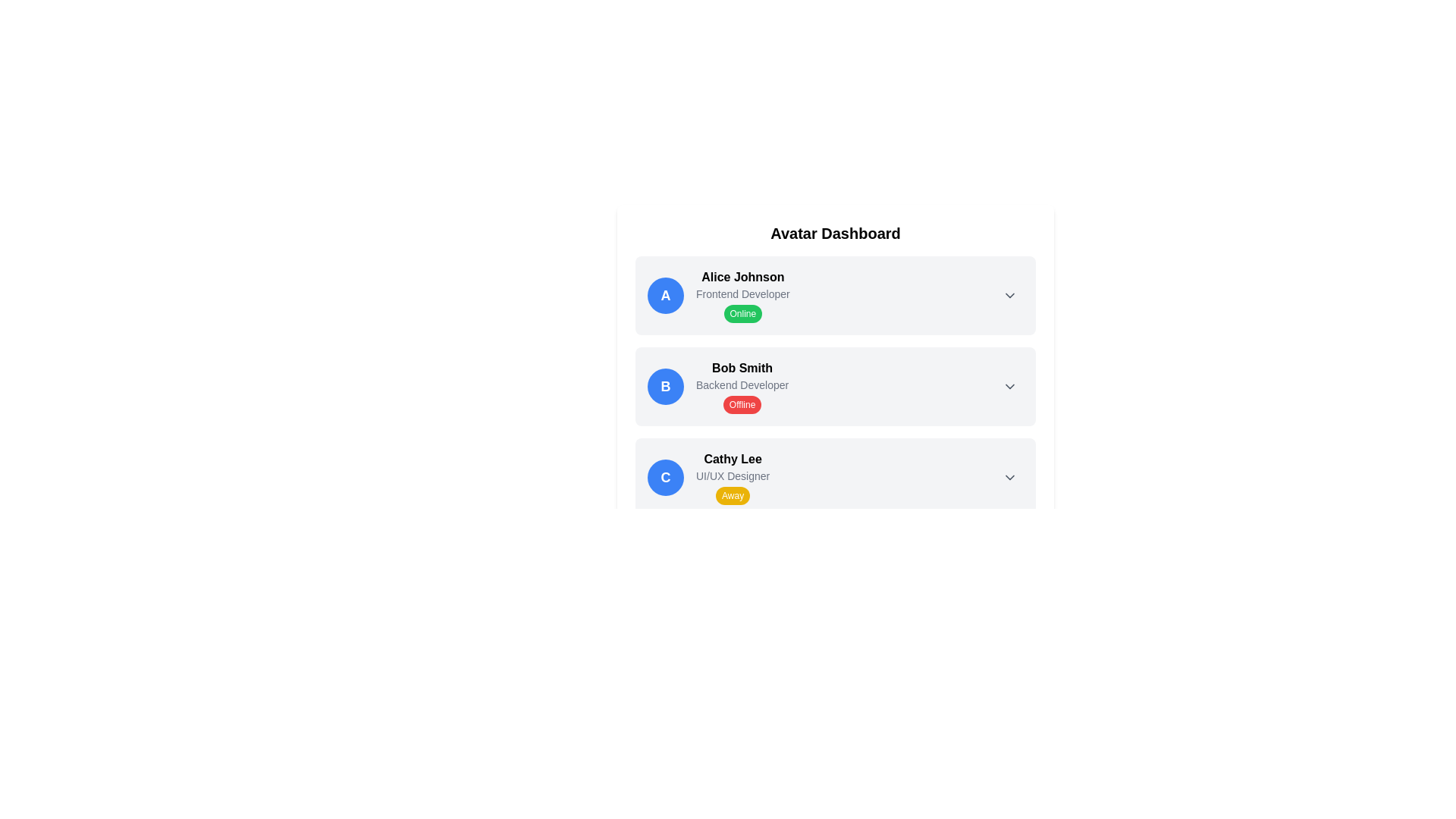 The image size is (1456, 819). What do you see at coordinates (1009, 385) in the screenshot?
I see `the icon located in the middle of the right edge of the second user card associated with Bob Smith` at bounding box center [1009, 385].